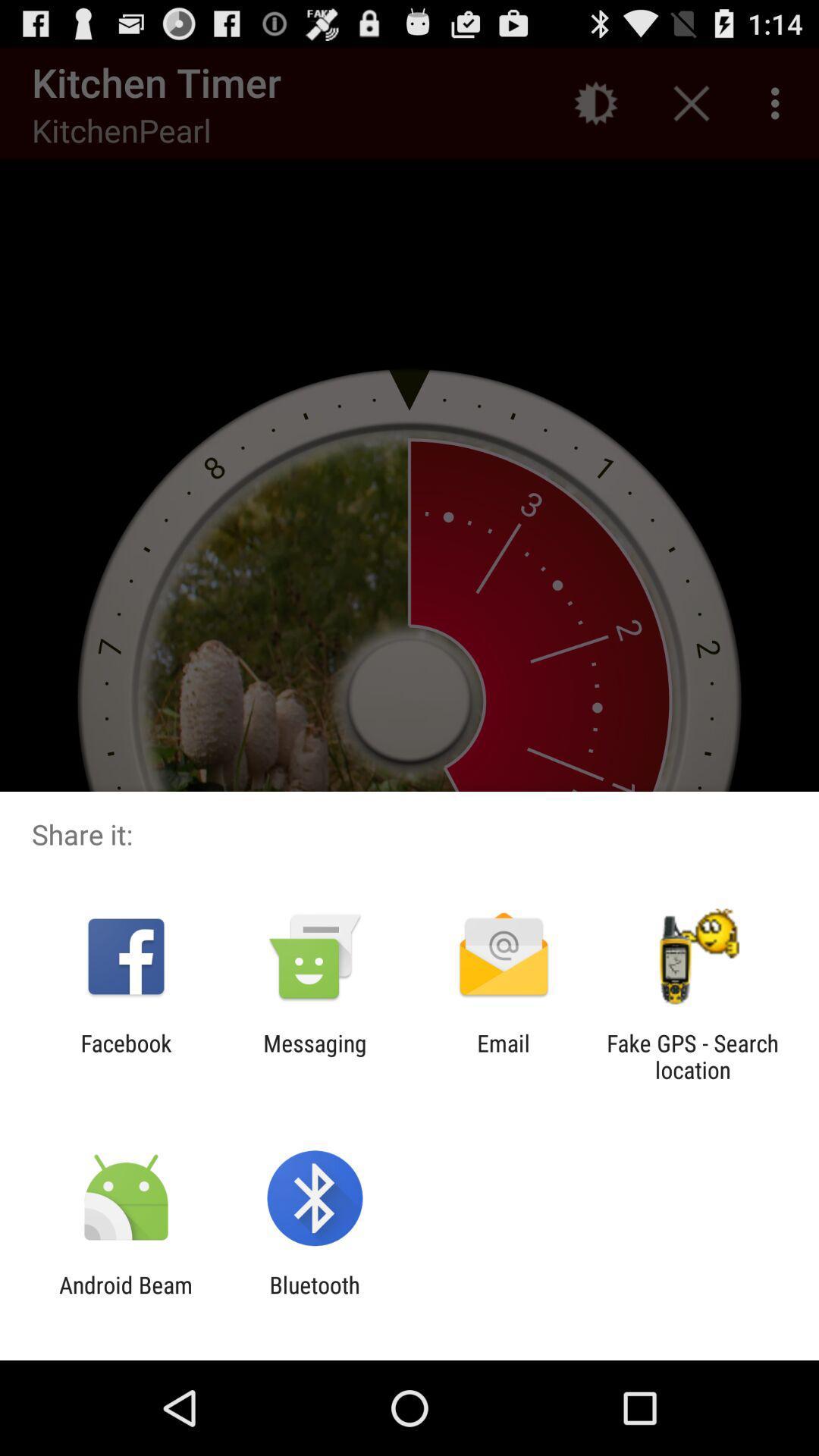  What do you see at coordinates (314, 1056) in the screenshot?
I see `item next to the email app` at bounding box center [314, 1056].